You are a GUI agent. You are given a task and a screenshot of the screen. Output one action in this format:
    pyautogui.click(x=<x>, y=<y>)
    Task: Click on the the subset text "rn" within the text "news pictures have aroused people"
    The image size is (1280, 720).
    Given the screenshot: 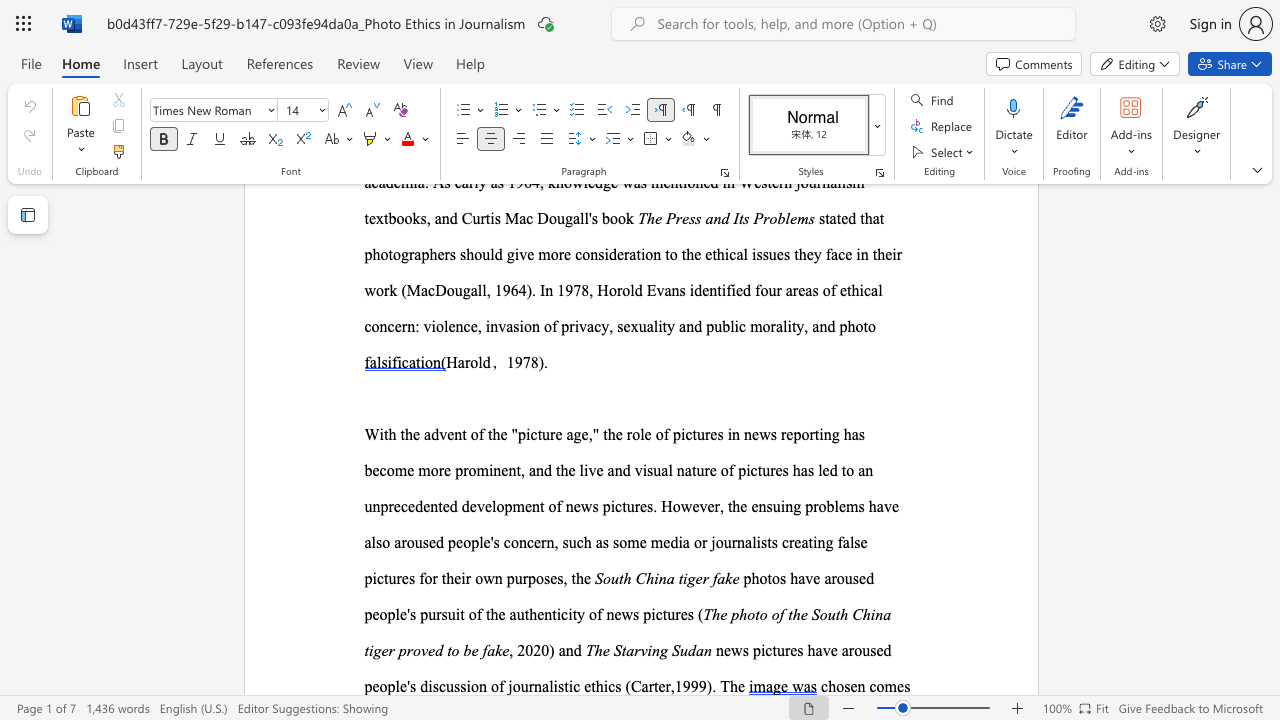 What is the action you would take?
    pyautogui.click(x=528, y=685)
    